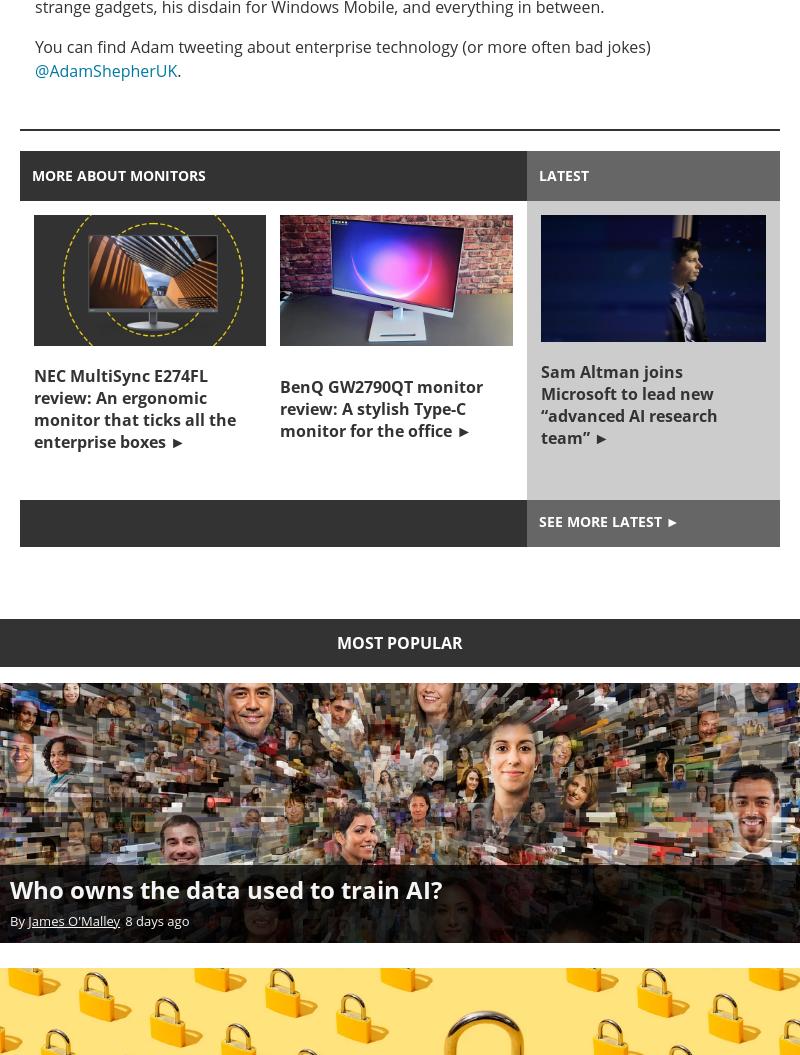  Describe the element at coordinates (105, 69) in the screenshot. I see `'@AdamShepherUK'` at that location.